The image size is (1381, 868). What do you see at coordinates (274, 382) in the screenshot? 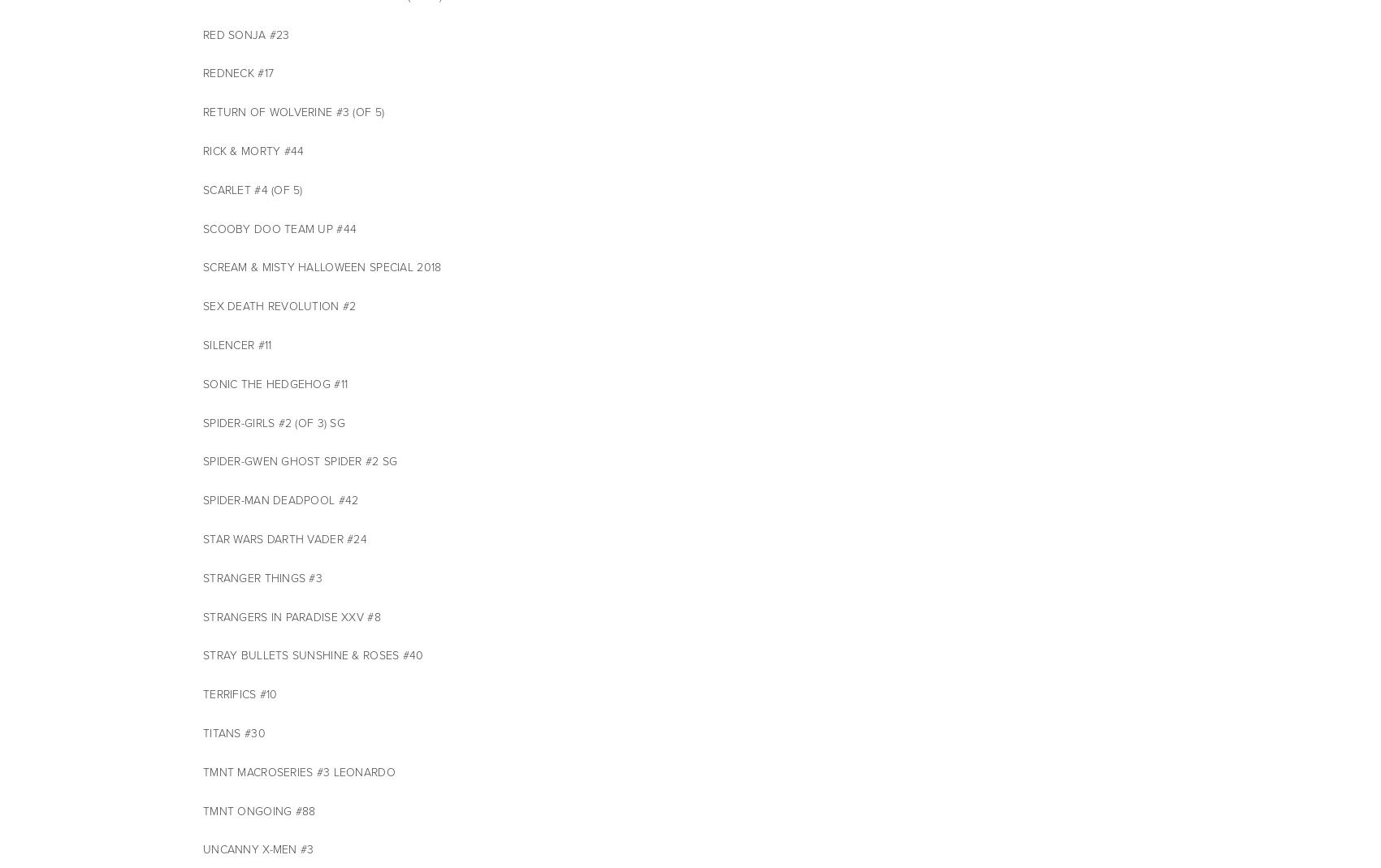
I see `'SONIC THE HEDGEHOG #11'` at bounding box center [274, 382].